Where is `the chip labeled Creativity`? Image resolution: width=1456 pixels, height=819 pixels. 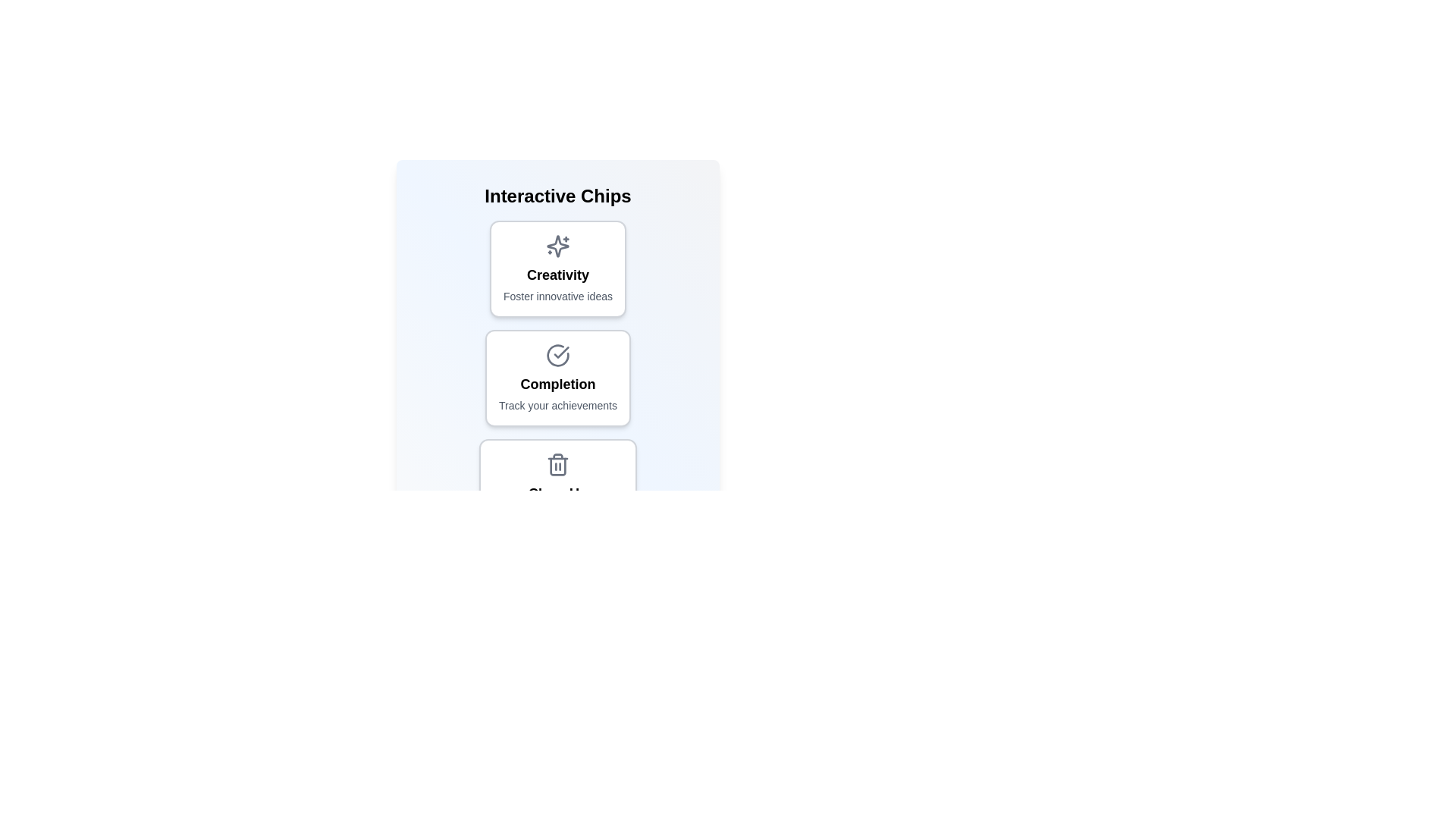 the chip labeled Creativity is located at coordinates (557, 268).